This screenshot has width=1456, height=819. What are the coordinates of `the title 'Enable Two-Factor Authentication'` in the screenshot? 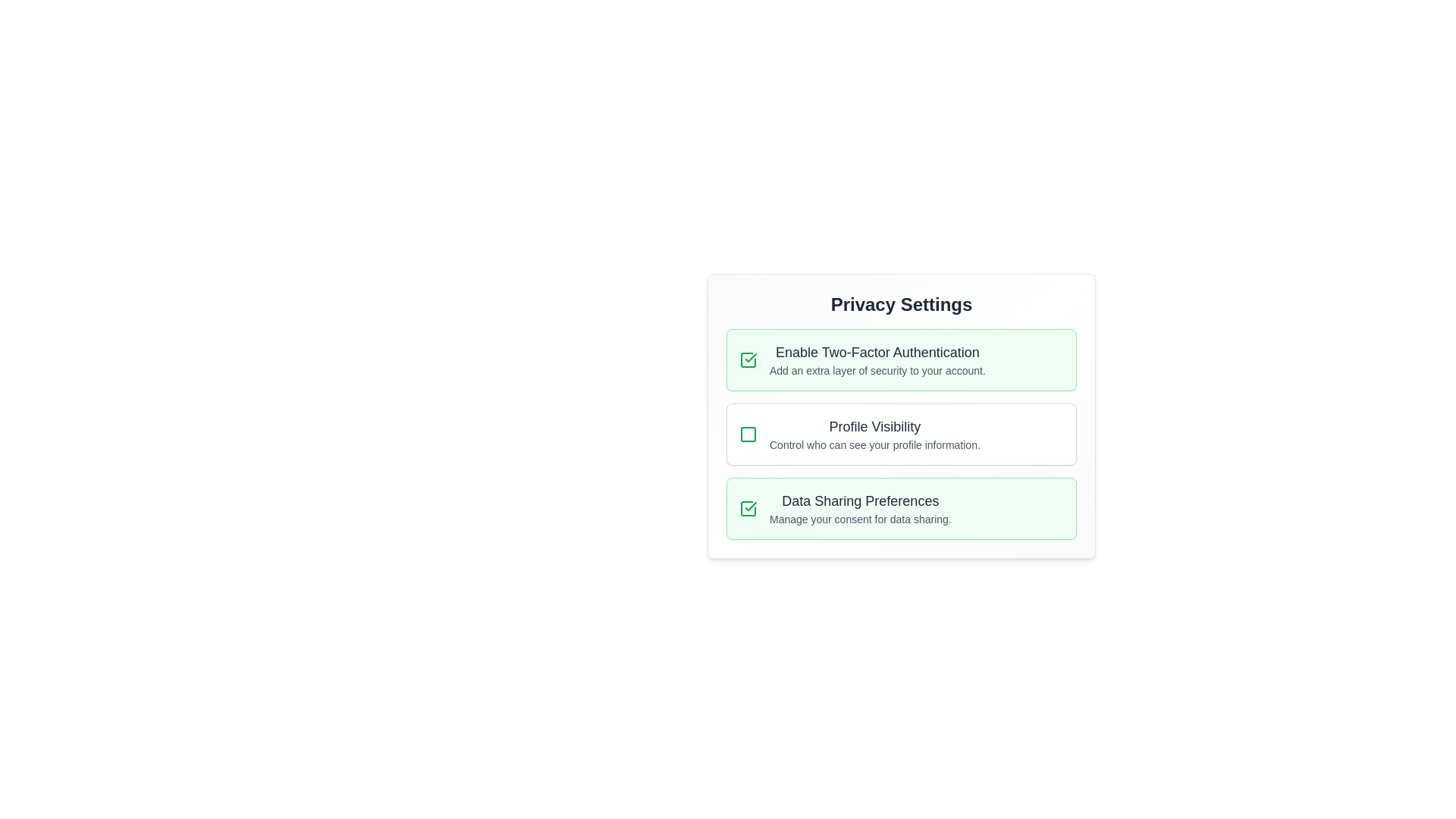 It's located at (877, 359).